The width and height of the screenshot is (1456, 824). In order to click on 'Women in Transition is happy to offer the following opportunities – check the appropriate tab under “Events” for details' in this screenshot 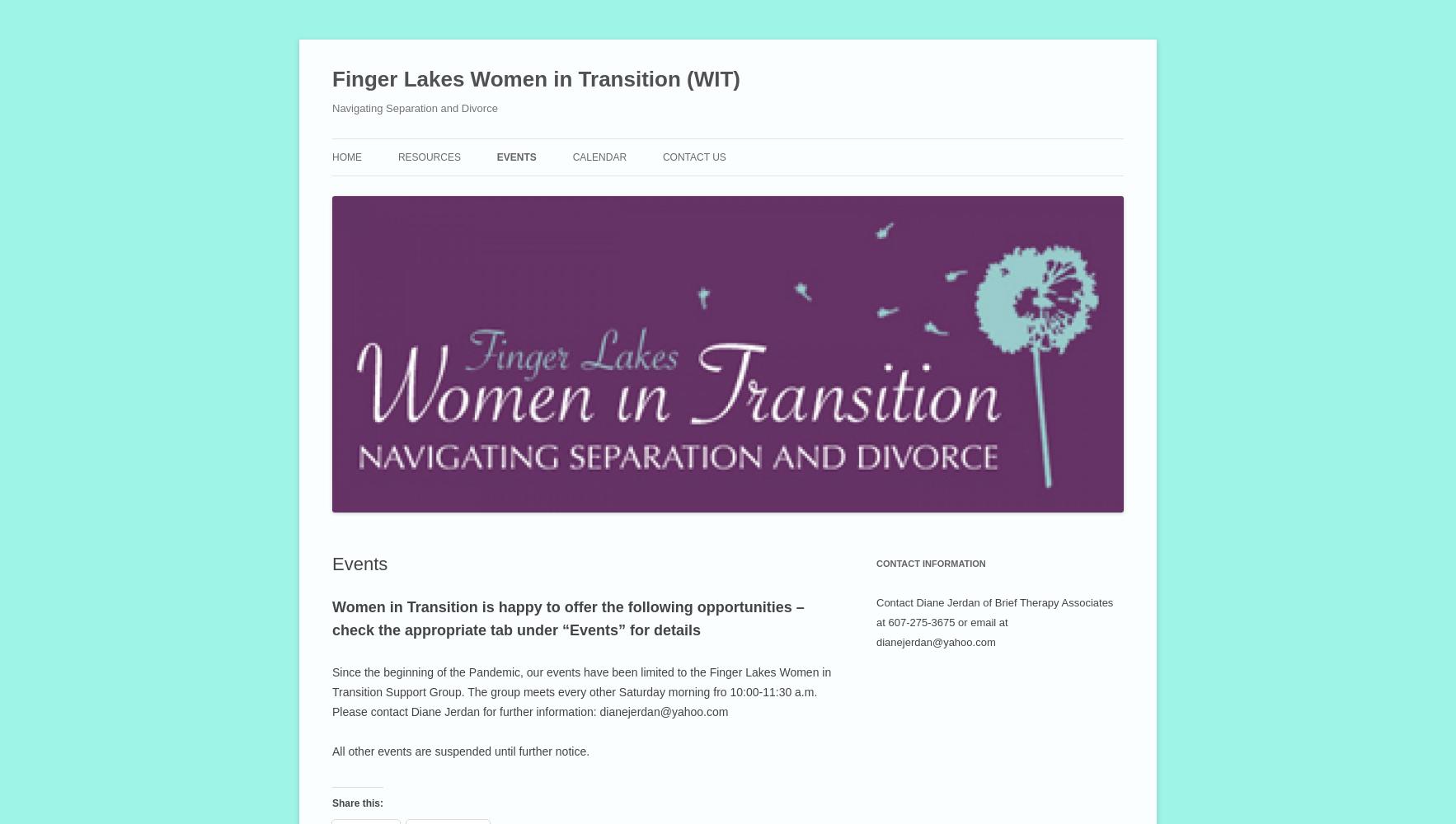, I will do `click(567, 618)`.